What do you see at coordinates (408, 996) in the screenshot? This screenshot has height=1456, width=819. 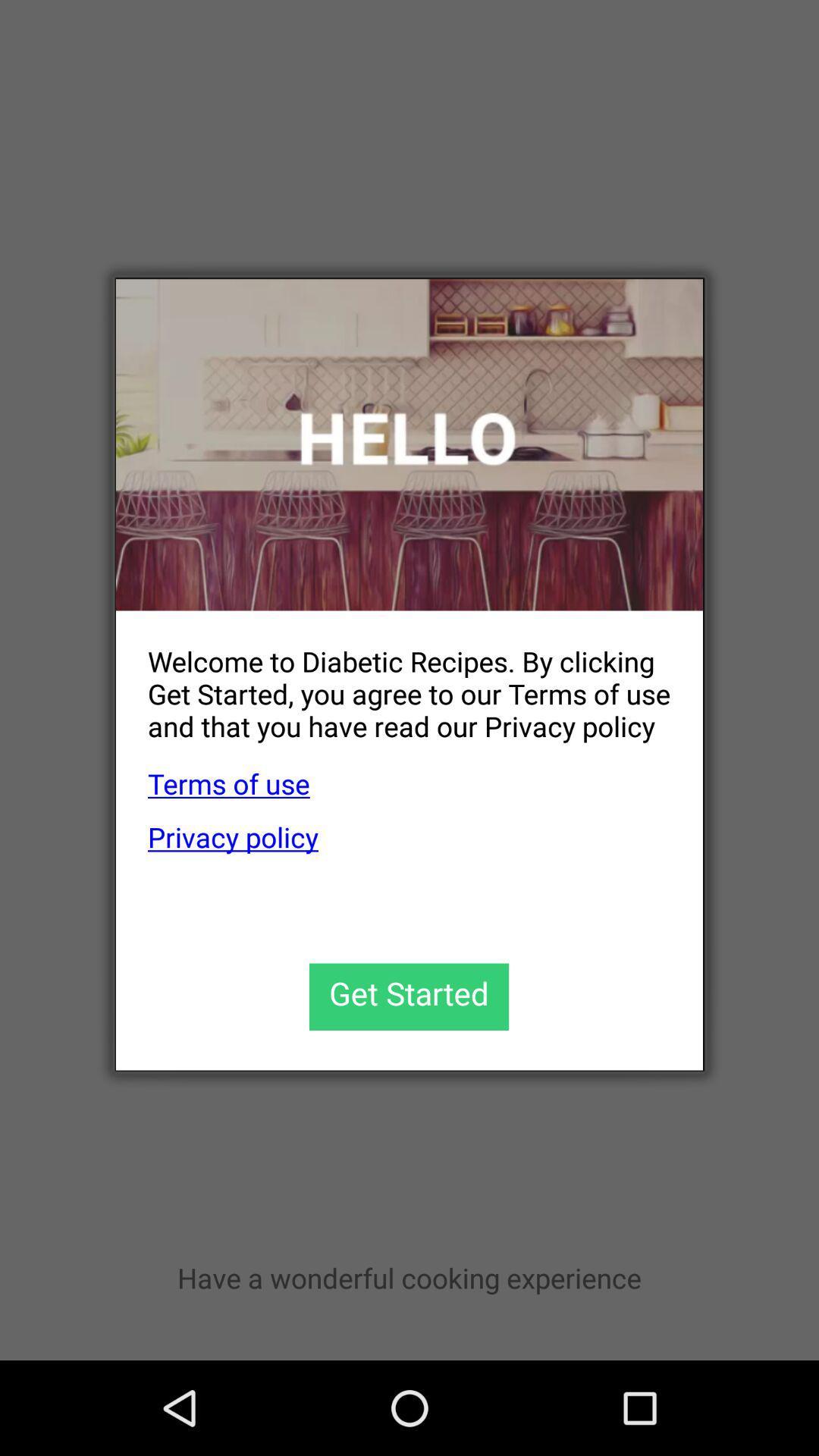 I see `the icon below privacy policy app` at bounding box center [408, 996].